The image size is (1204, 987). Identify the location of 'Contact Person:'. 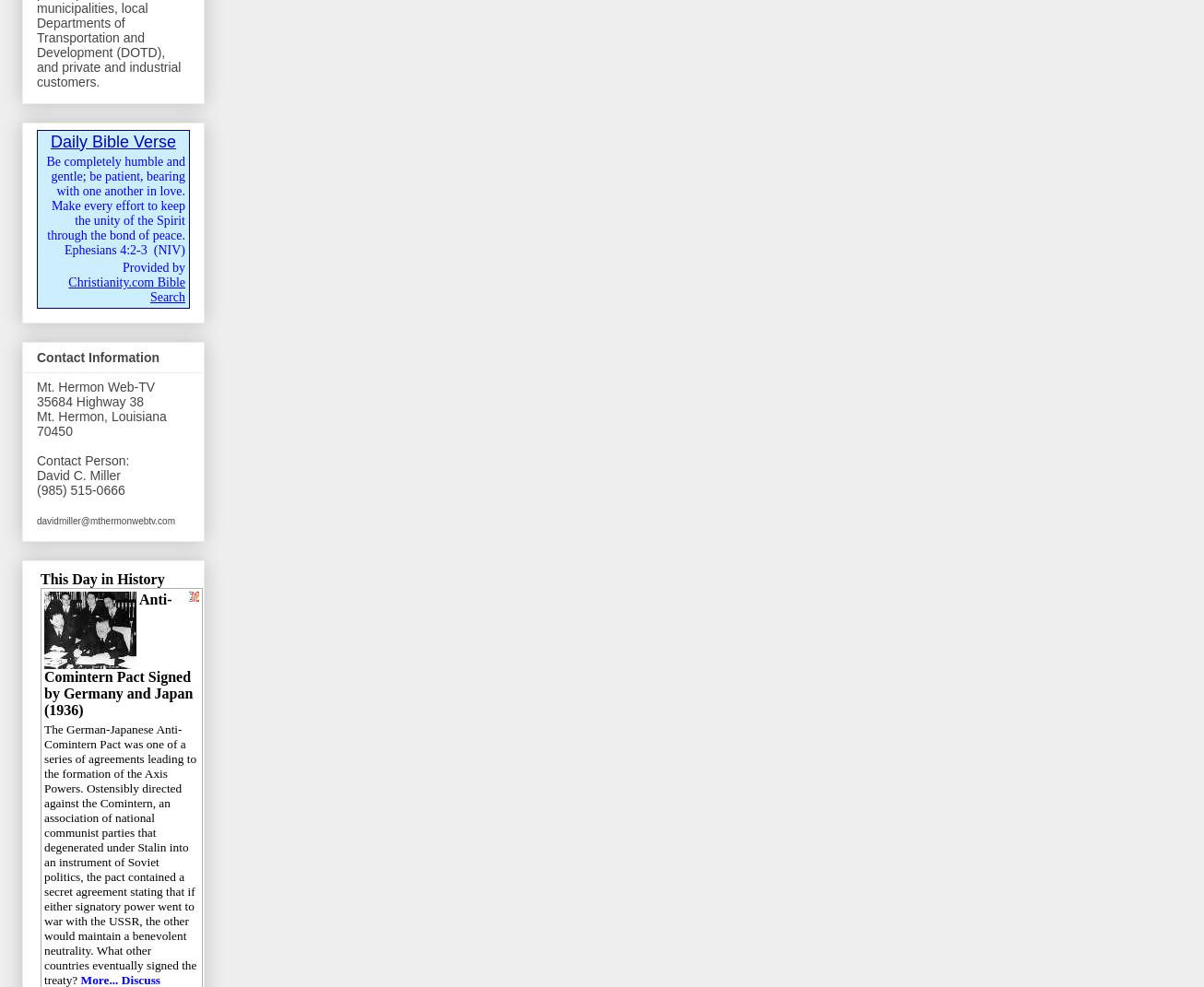
(81, 460).